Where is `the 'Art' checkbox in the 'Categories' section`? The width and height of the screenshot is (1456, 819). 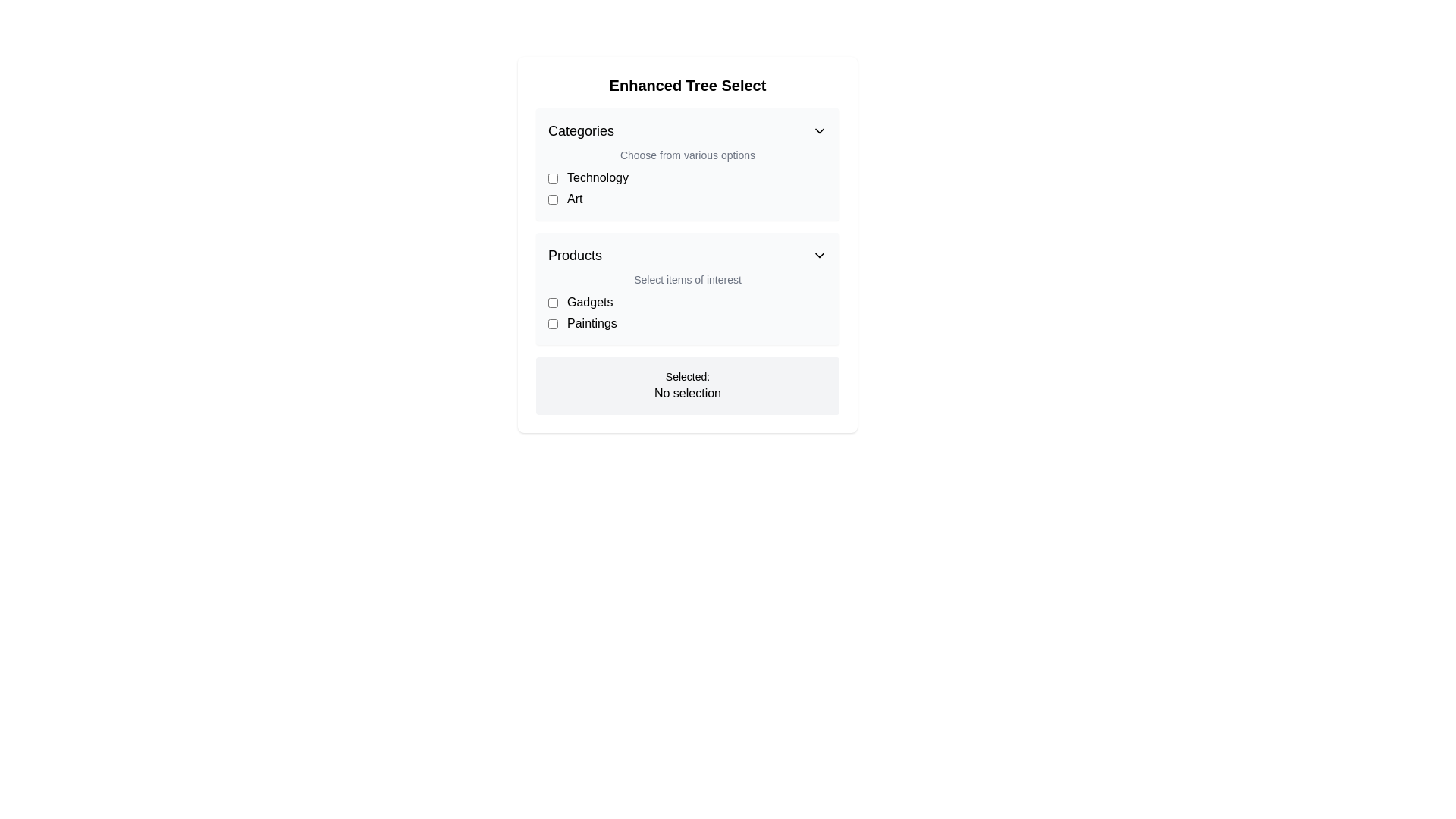 the 'Art' checkbox in the 'Categories' section is located at coordinates (687, 198).